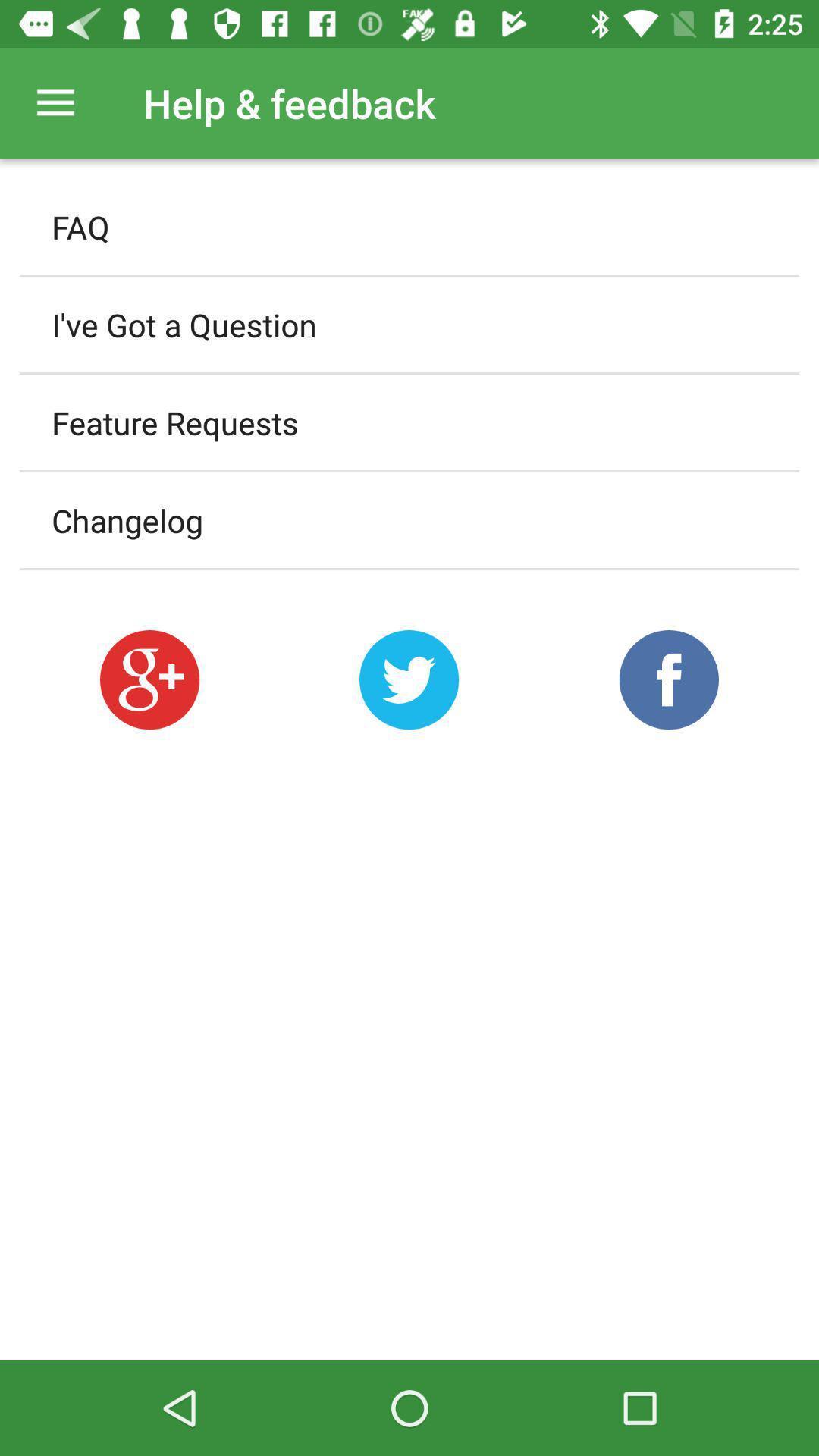  Describe the element at coordinates (409, 520) in the screenshot. I see `changelog` at that location.